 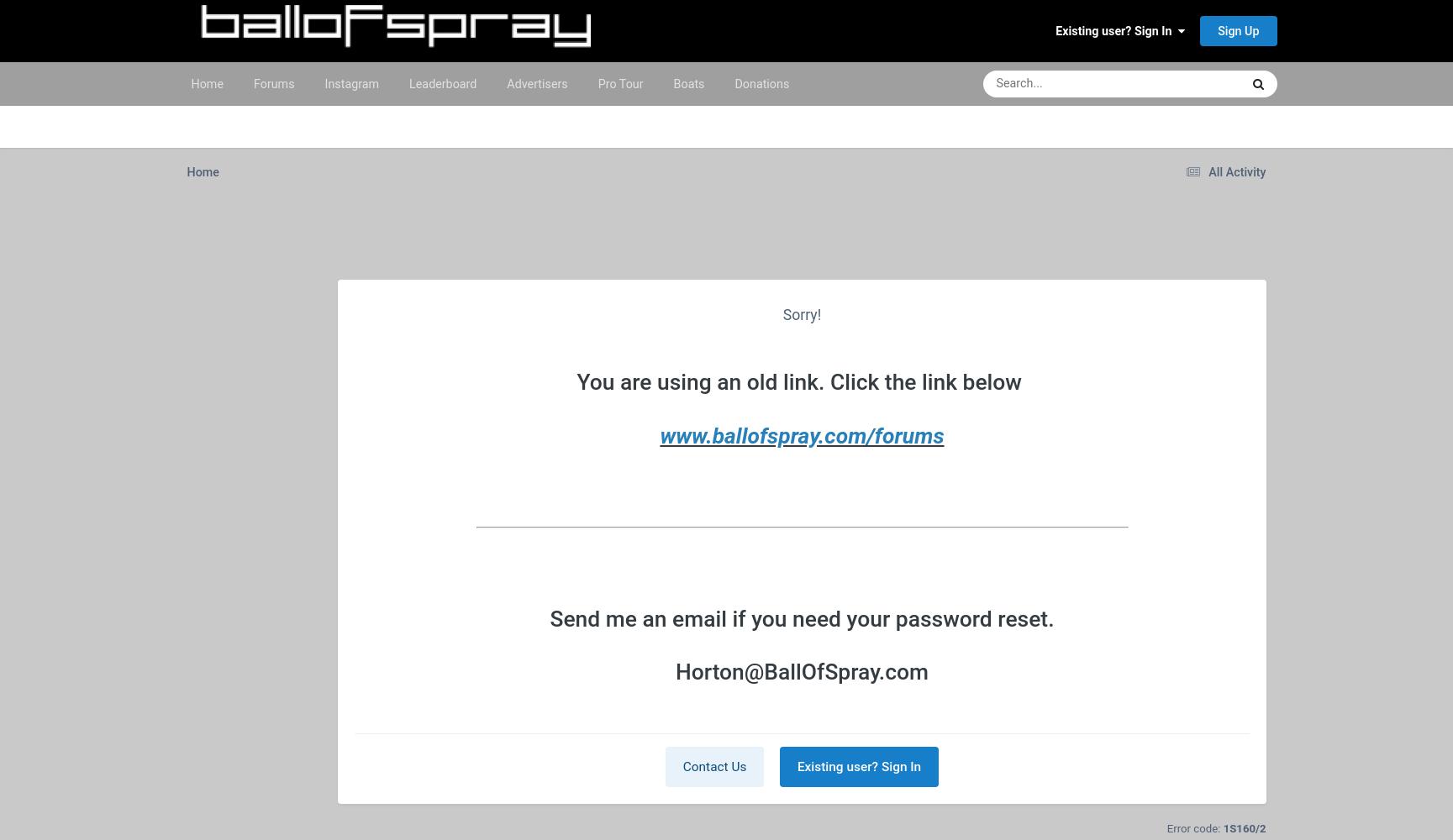 I want to click on 'Contact Us', so click(x=713, y=766).